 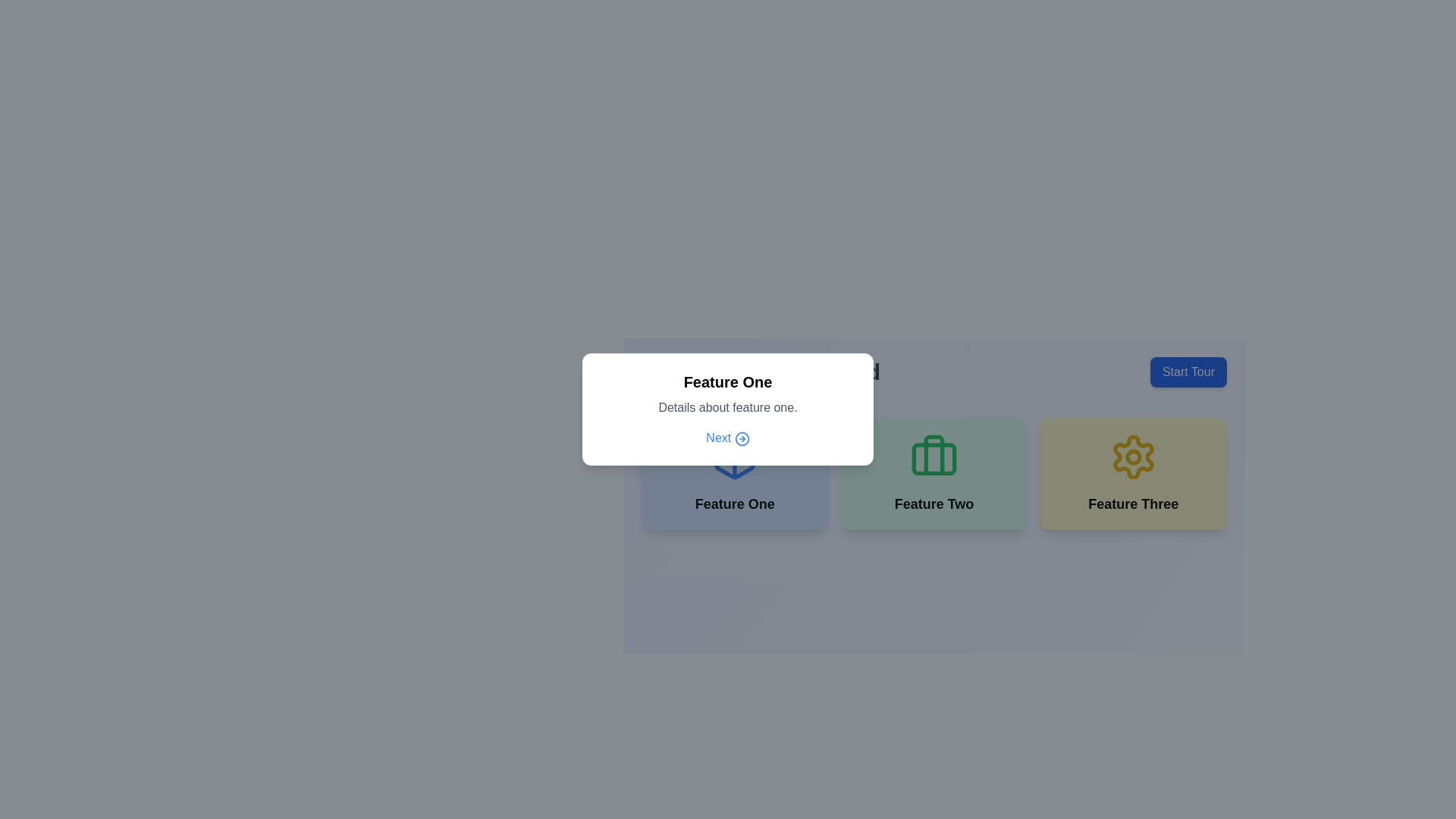 What do you see at coordinates (1133, 504) in the screenshot?
I see `the bold label text for 'Feature Three' located centrally below the settings gear icon` at bounding box center [1133, 504].